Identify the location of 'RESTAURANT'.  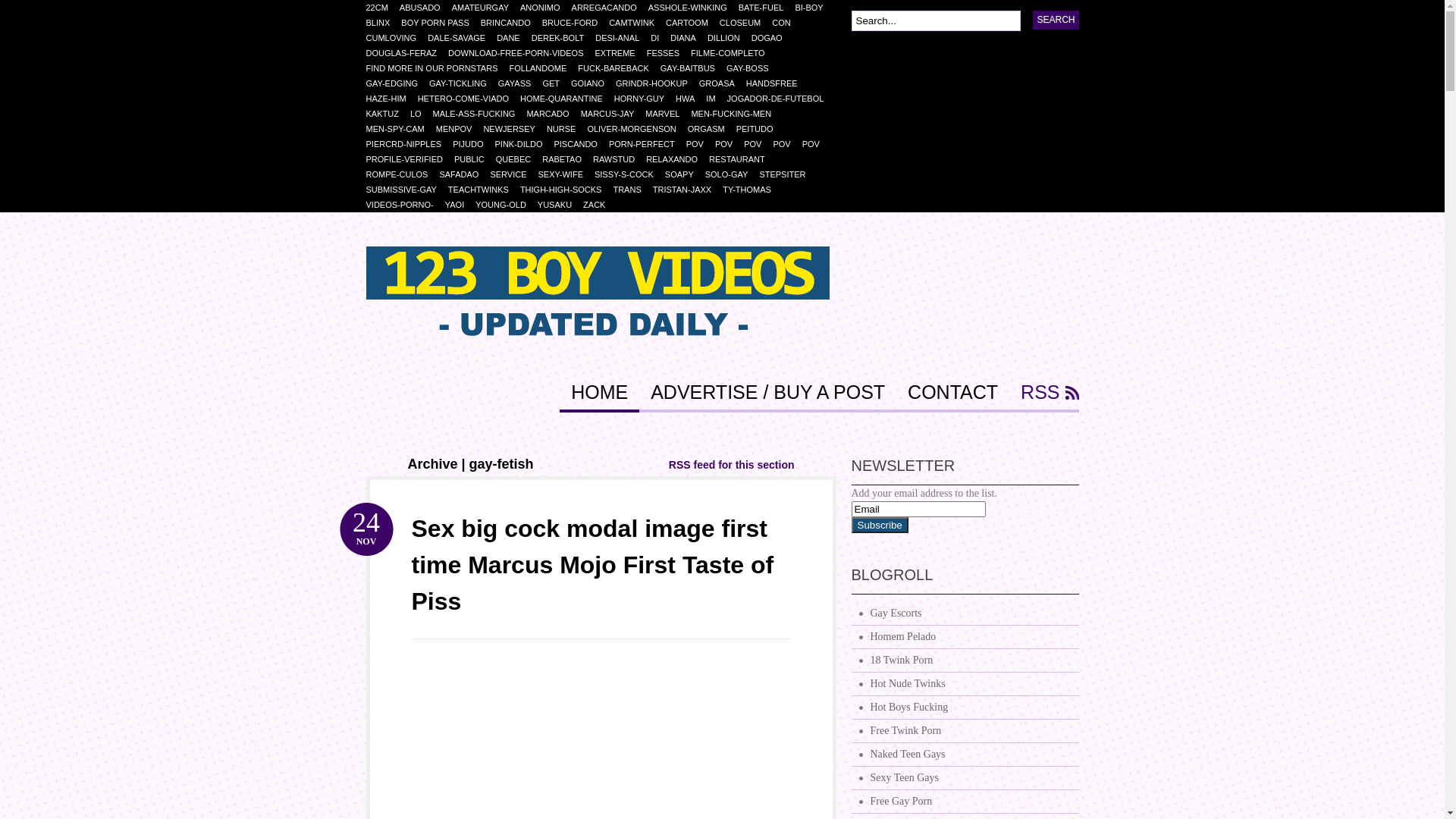
(742, 158).